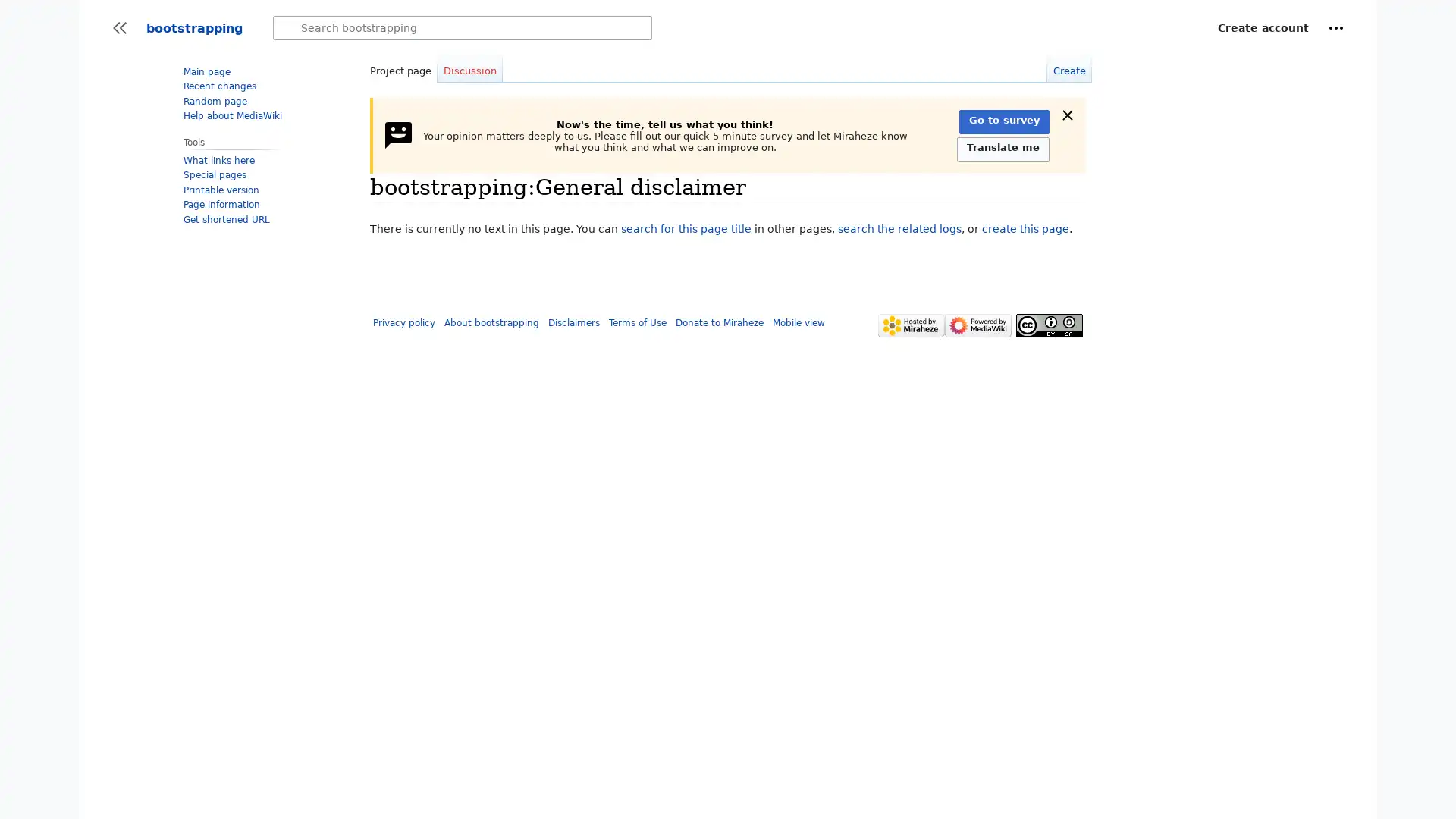 This screenshot has width=1456, height=819. What do you see at coordinates (287, 28) in the screenshot?
I see `Search` at bounding box center [287, 28].